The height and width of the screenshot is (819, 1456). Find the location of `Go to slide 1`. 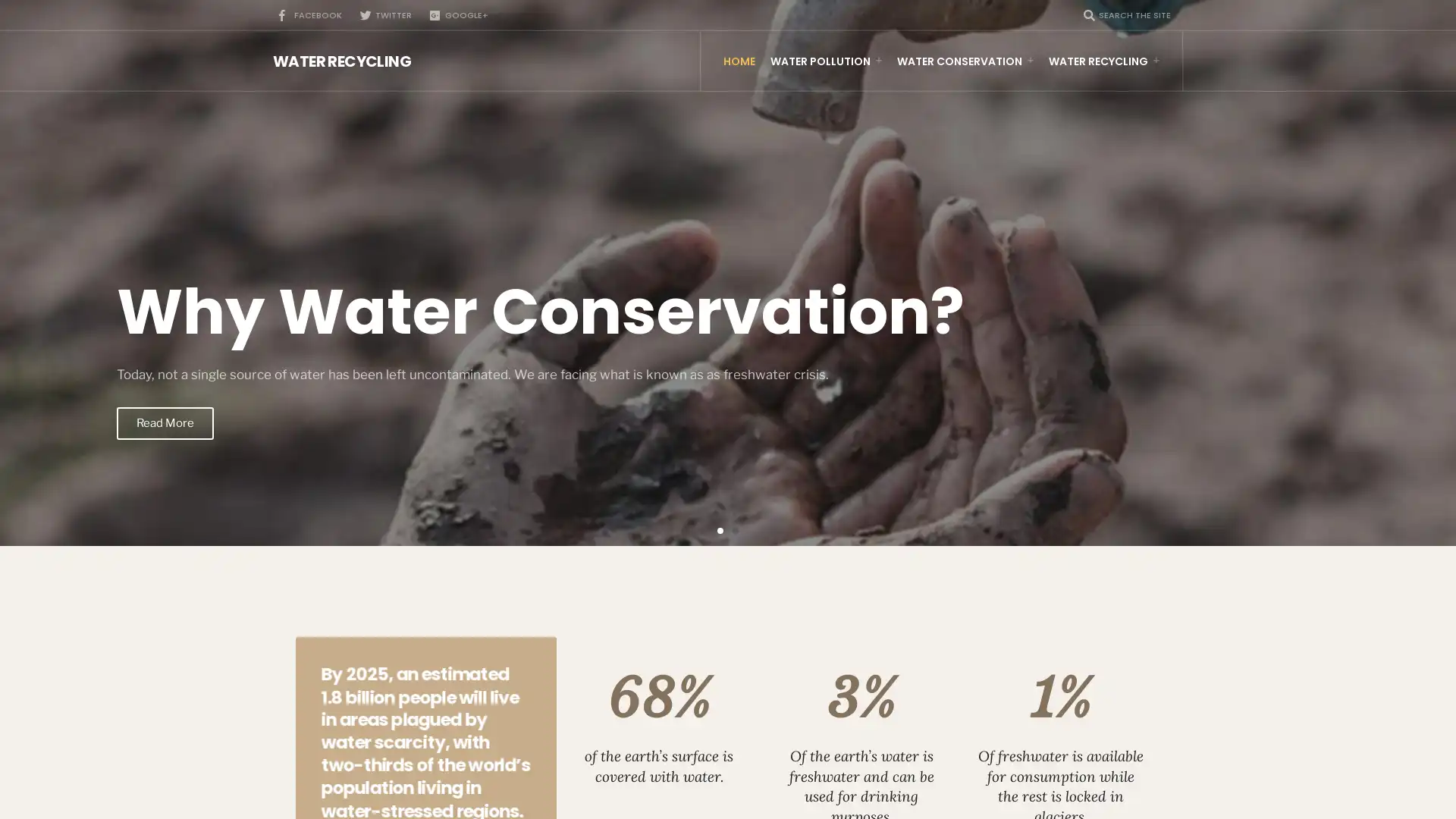

Go to slide 1 is located at coordinates (720, 529).